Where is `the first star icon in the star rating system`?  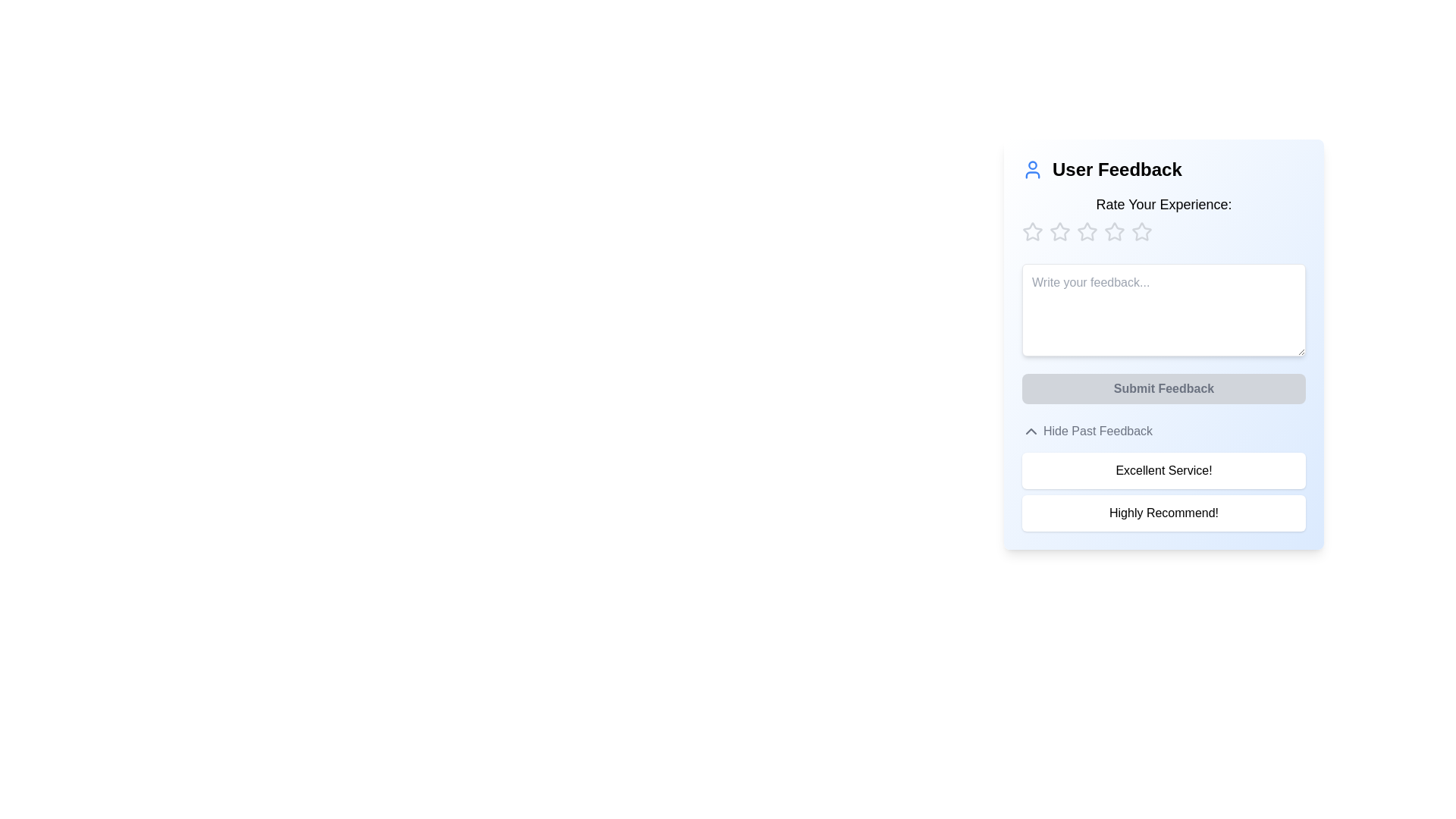
the first star icon in the star rating system is located at coordinates (1032, 231).